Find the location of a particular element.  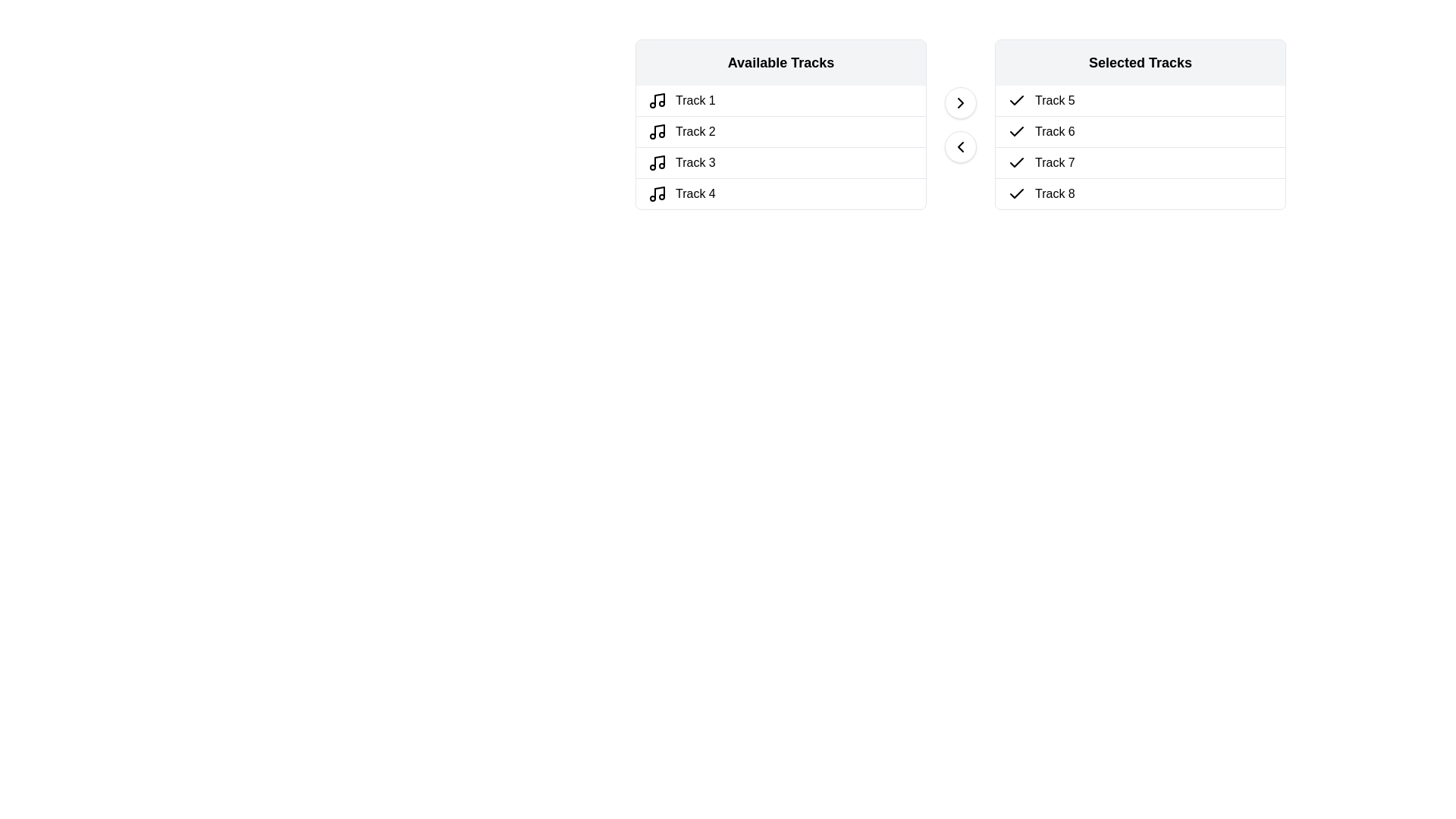

the check mark icon in the 'Selected Tracks' column associated with 'Track 7', which is the third item in the list is located at coordinates (1016, 163).